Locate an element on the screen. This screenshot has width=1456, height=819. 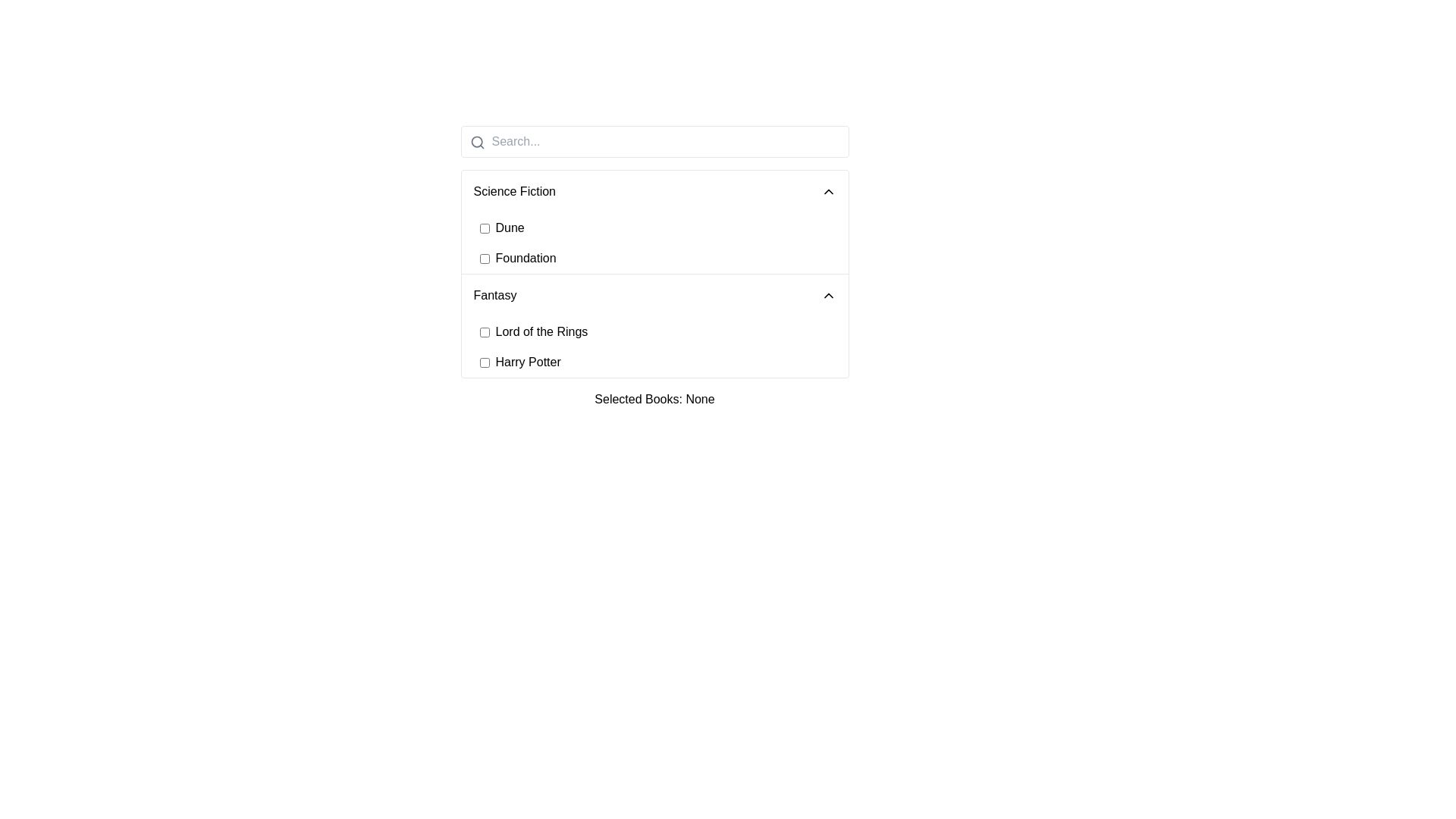
the checkbox is located at coordinates (483, 362).